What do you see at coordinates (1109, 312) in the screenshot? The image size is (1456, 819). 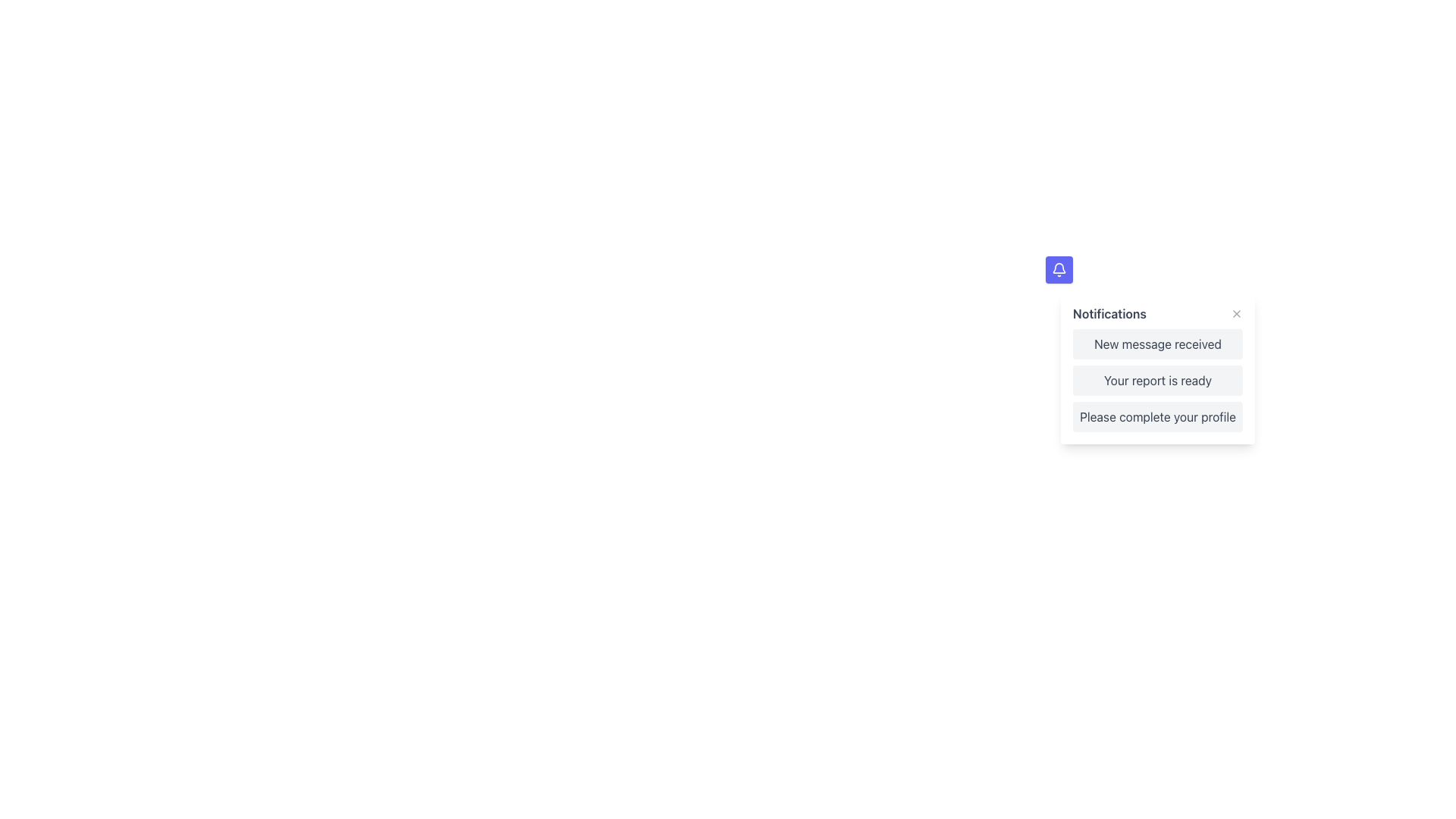 I see `the 'Notifications' text label, which is a bold, dark grey header in the notification menu interface` at bounding box center [1109, 312].